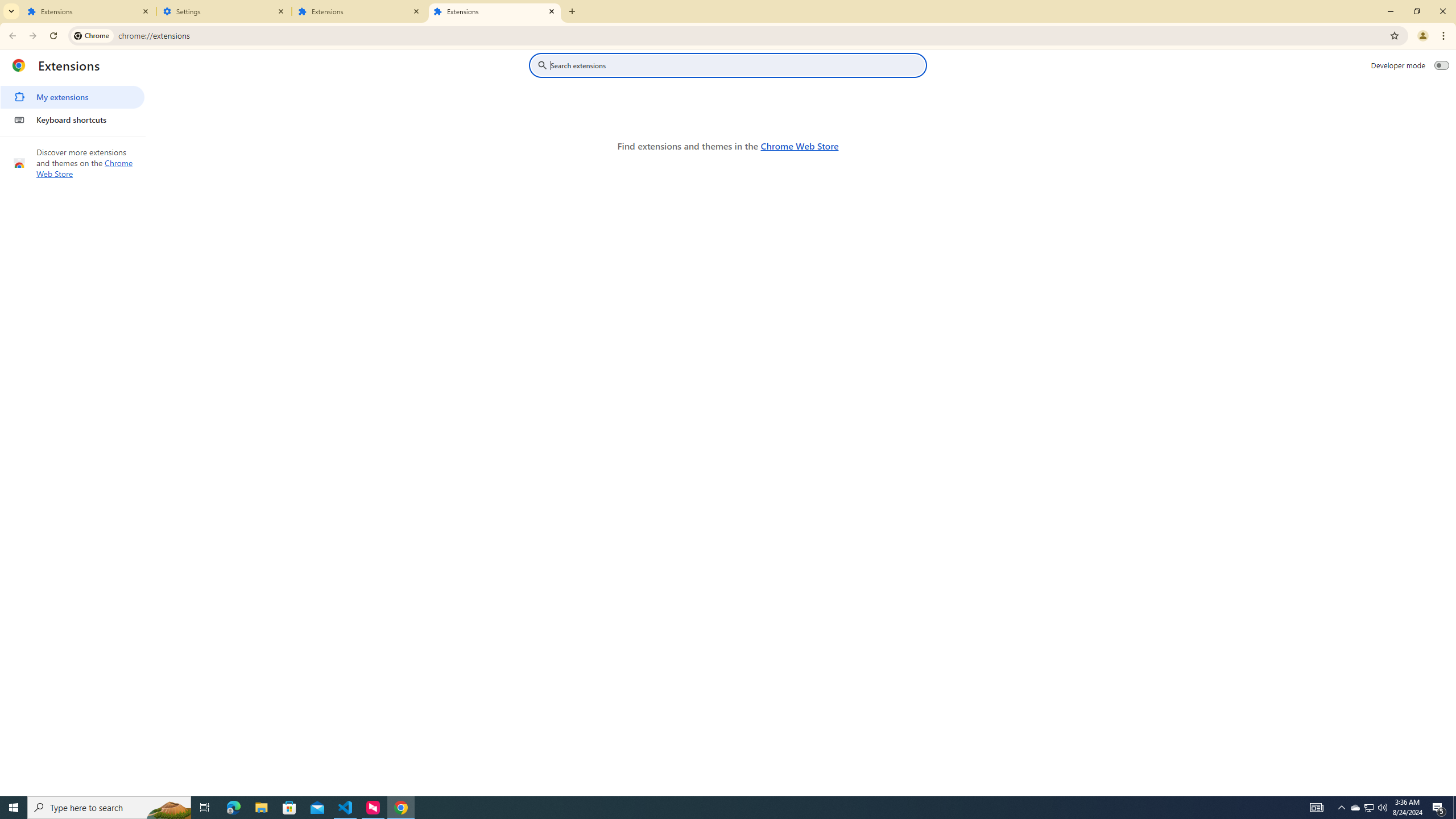 This screenshot has width=1456, height=819. Describe the element at coordinates (735, 65) in the screenshot. I see `'Search extensions'` at that location.